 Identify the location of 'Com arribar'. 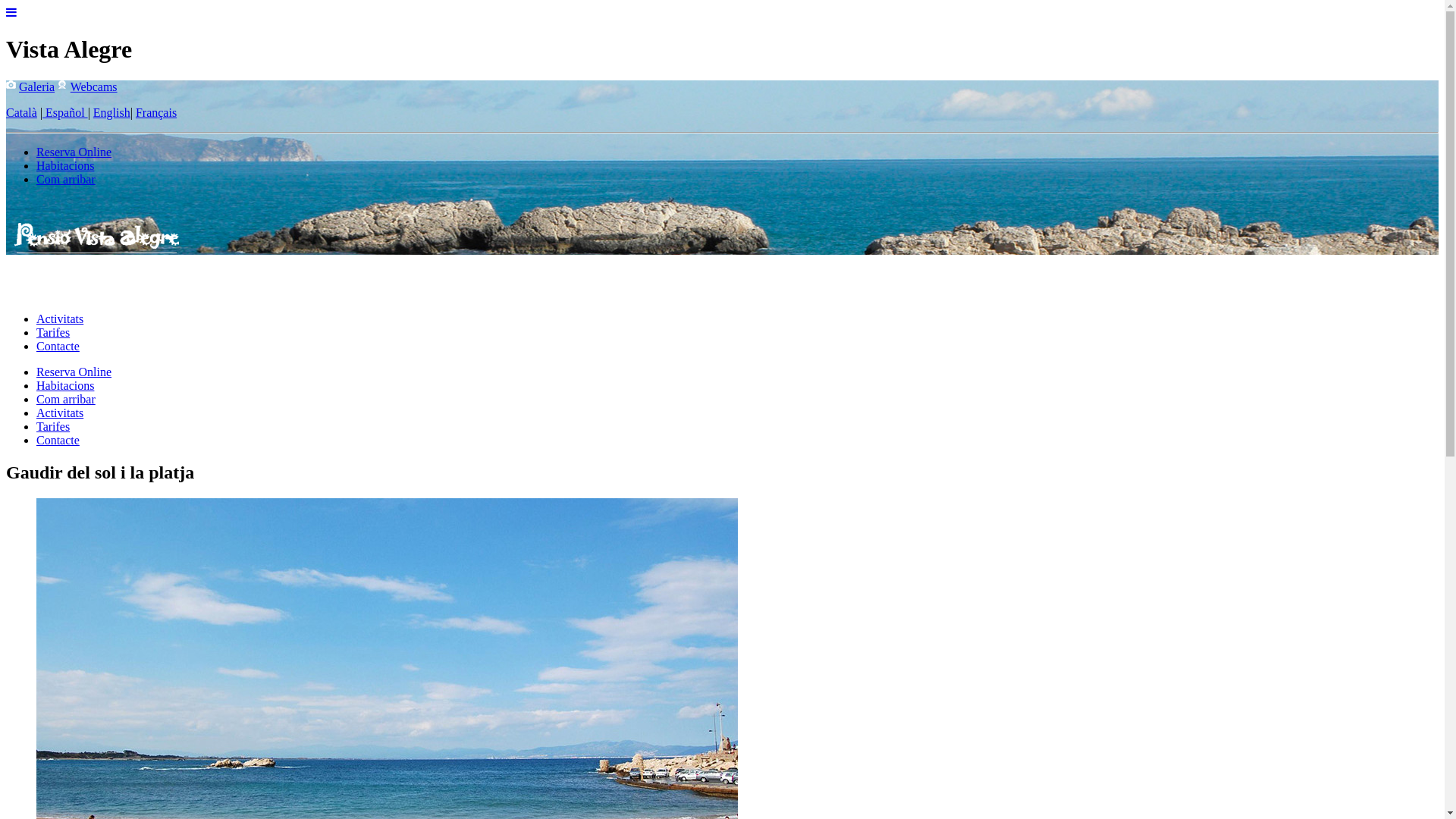
(64, 178).